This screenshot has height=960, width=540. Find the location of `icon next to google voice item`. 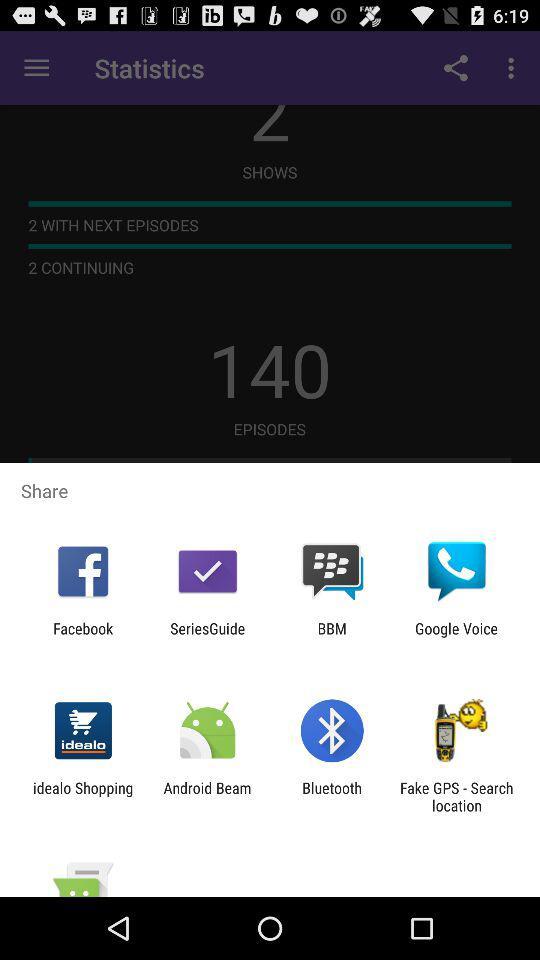

icon next to google voice item is located at coordinates (332, 636).